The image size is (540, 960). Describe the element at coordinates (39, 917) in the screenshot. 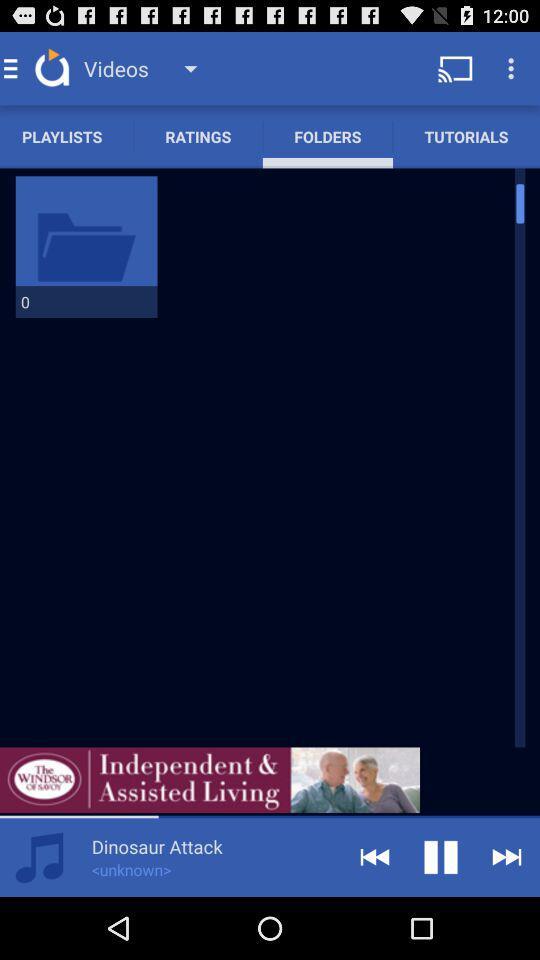

I see `the music icon` at that location.